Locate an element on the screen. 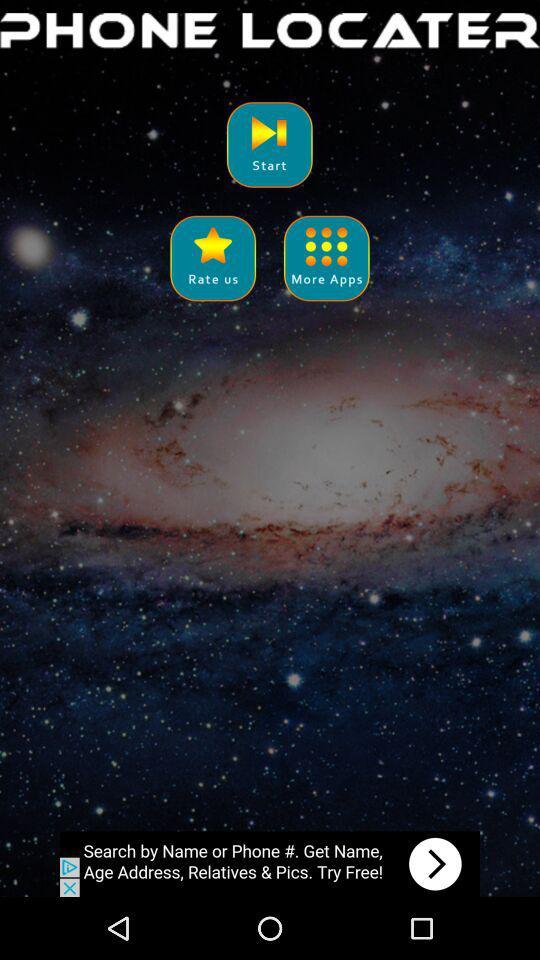 This screenshot has height=960, width=540. more apps is located at coordinates (326, 257).